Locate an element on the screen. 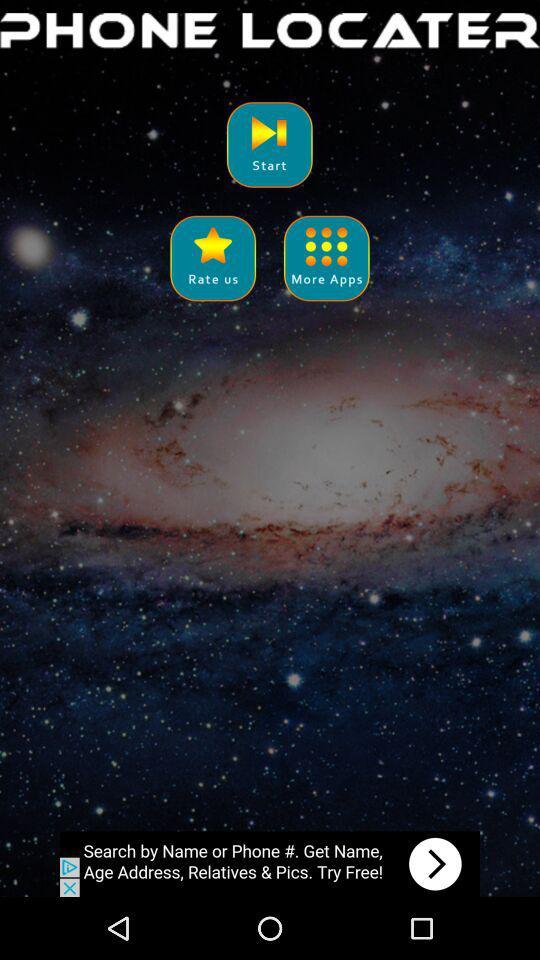 This screenshot has height=960, width=540. more apps is located at coordinates (326, 257).